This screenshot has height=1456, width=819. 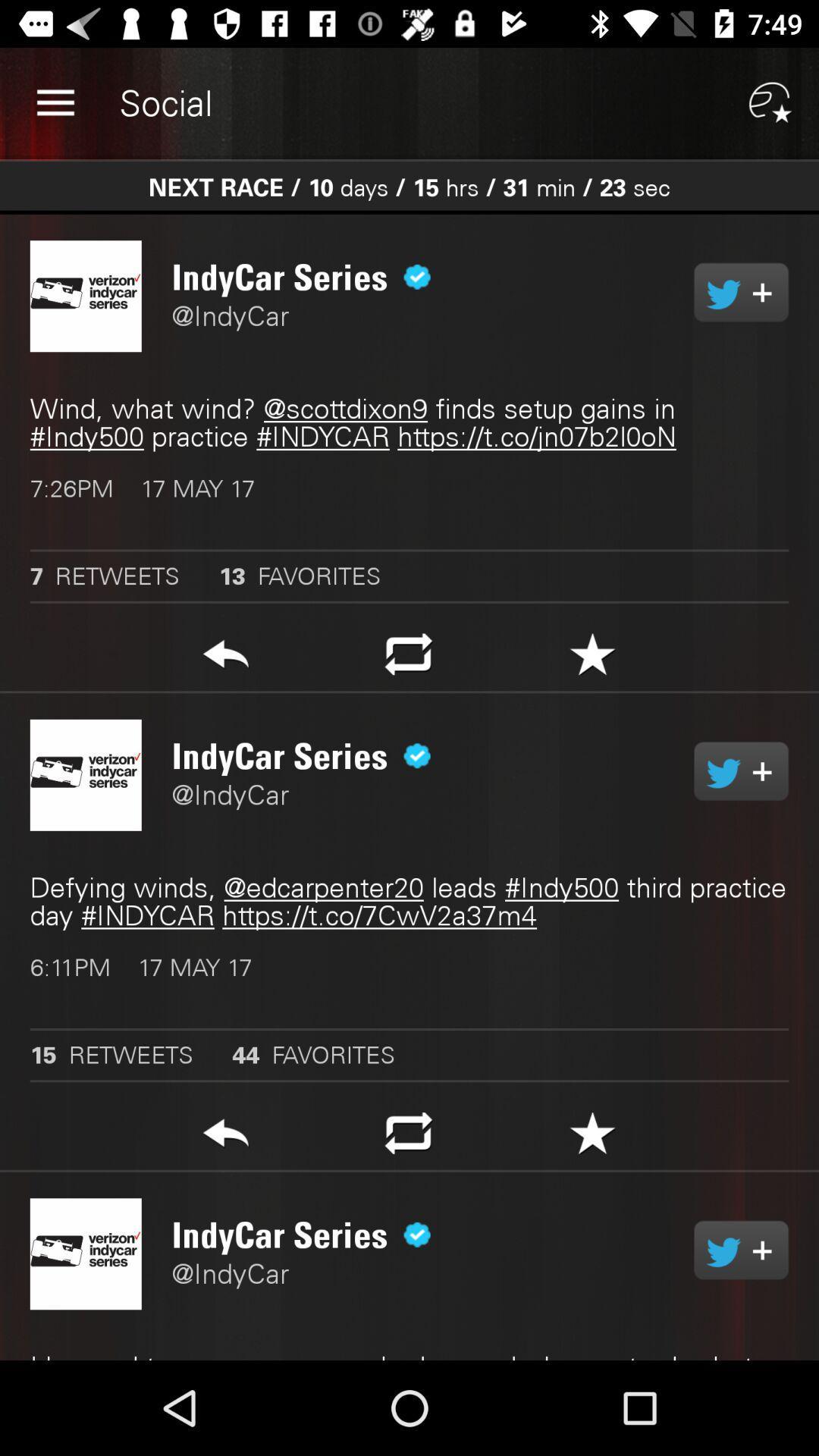 I want to click on shift option, so click(x=408, y=1137).